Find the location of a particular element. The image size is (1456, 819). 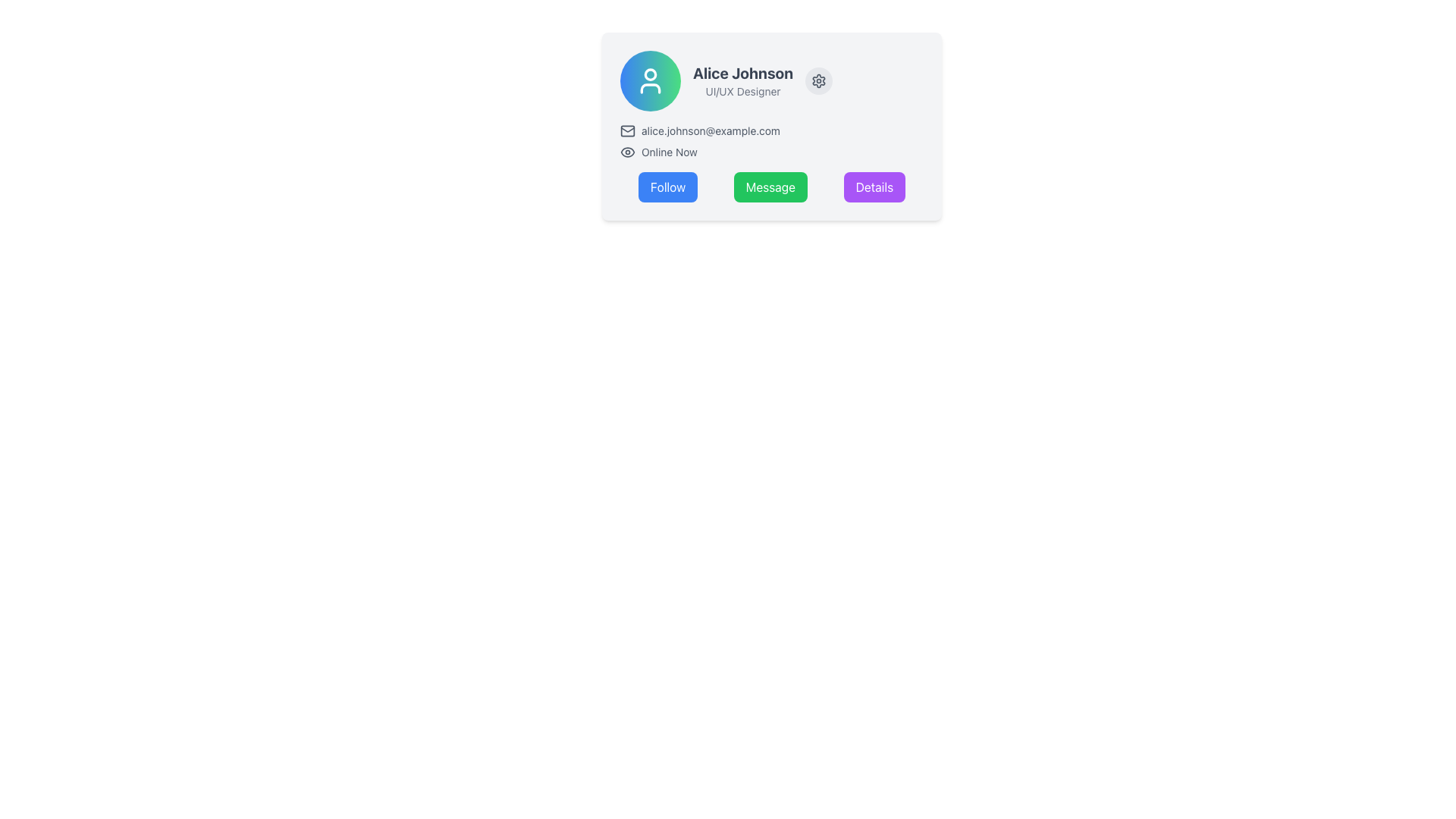

the circular icon button with a cogwheel icon at the top right of Alice Johnson's profile card to change its background color is located at coordinates (818, 81).